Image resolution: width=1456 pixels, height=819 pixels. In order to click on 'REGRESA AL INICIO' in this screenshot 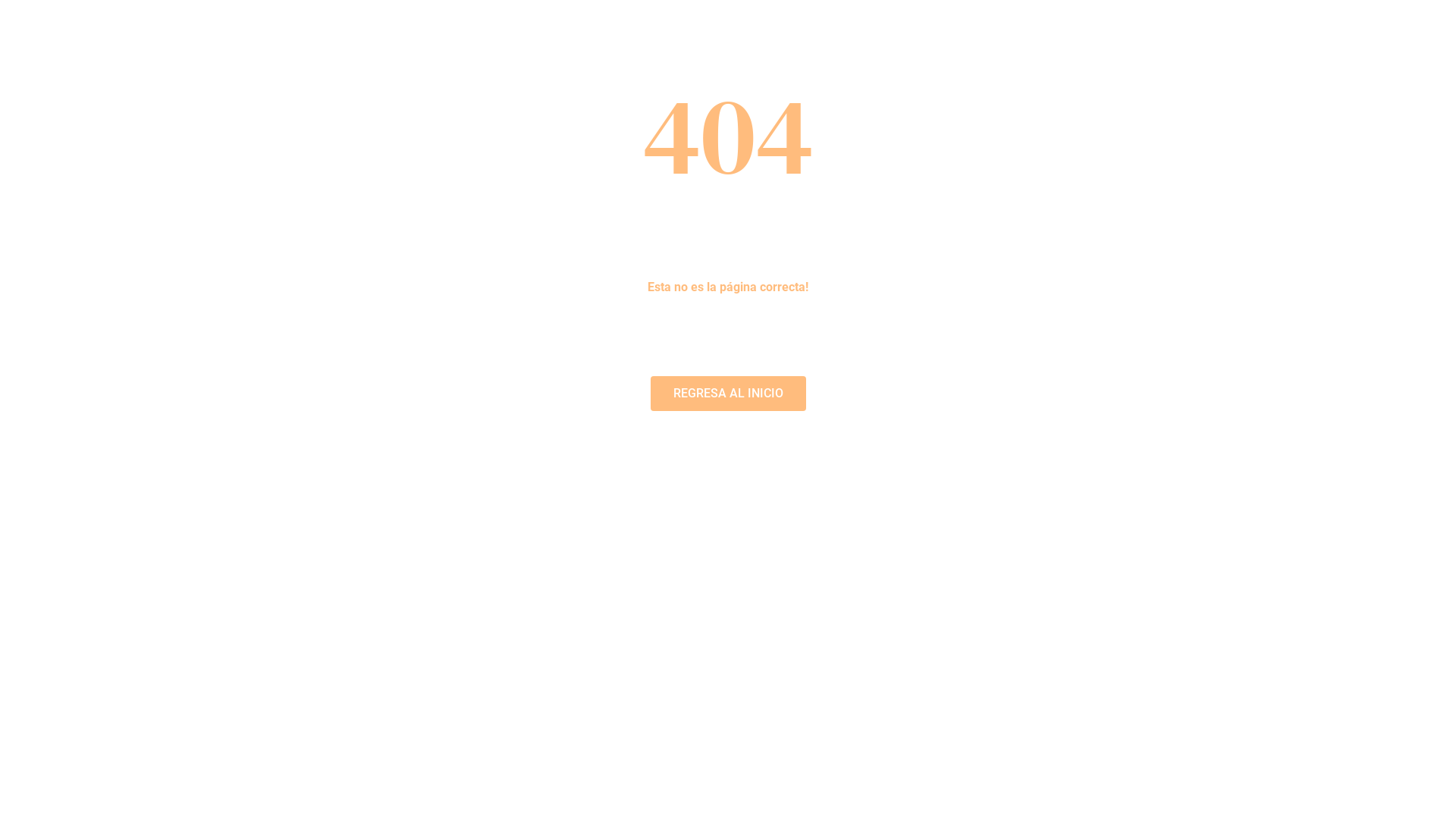, I will do `click(728, 393)`.